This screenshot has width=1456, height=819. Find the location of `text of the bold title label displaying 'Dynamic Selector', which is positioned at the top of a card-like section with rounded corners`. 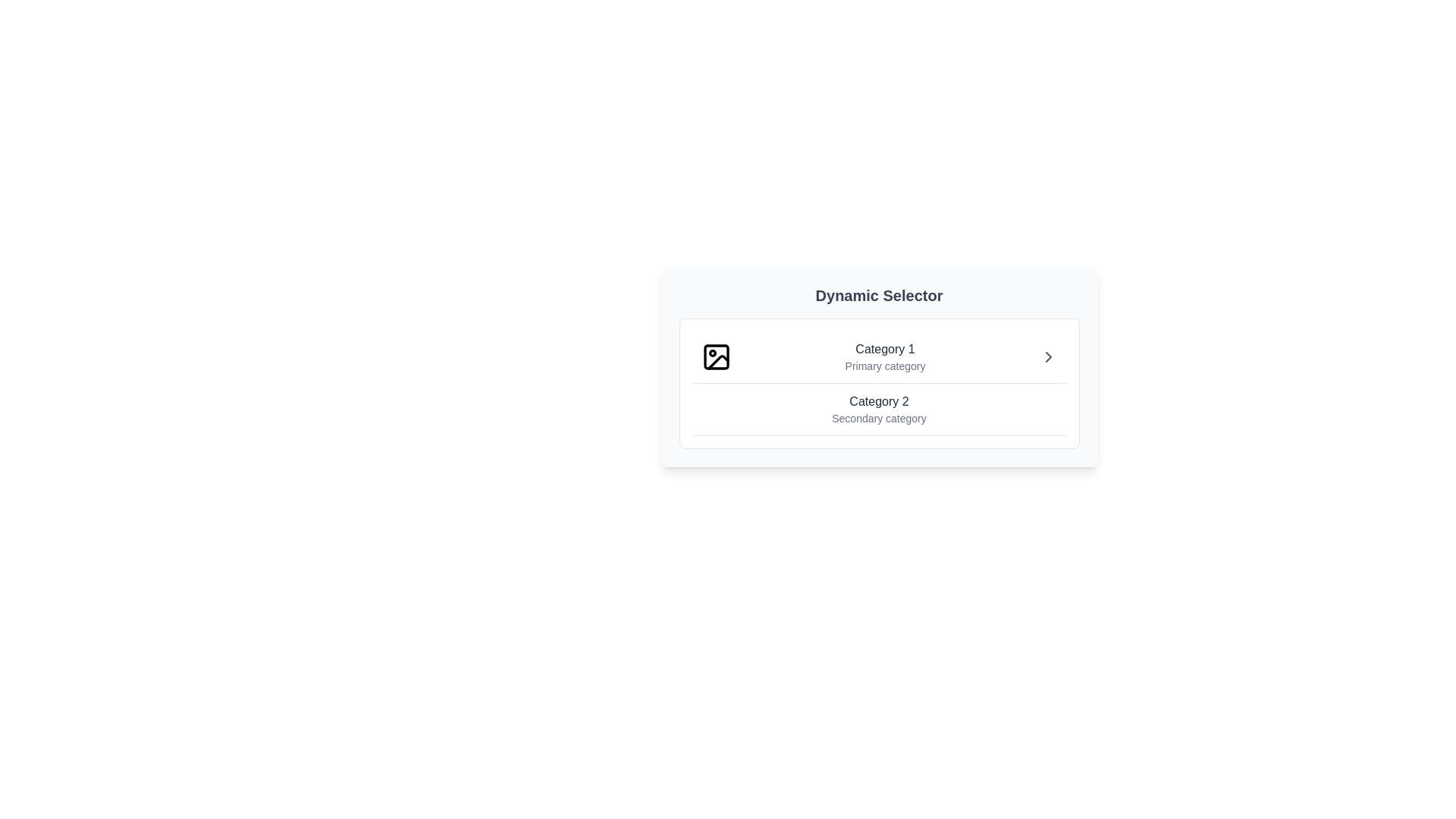

text of the bold title label displaying 'Dynamic Selector', which is positioned at the top of a card-like section with rounded corners is located at coordinates (879, 295).